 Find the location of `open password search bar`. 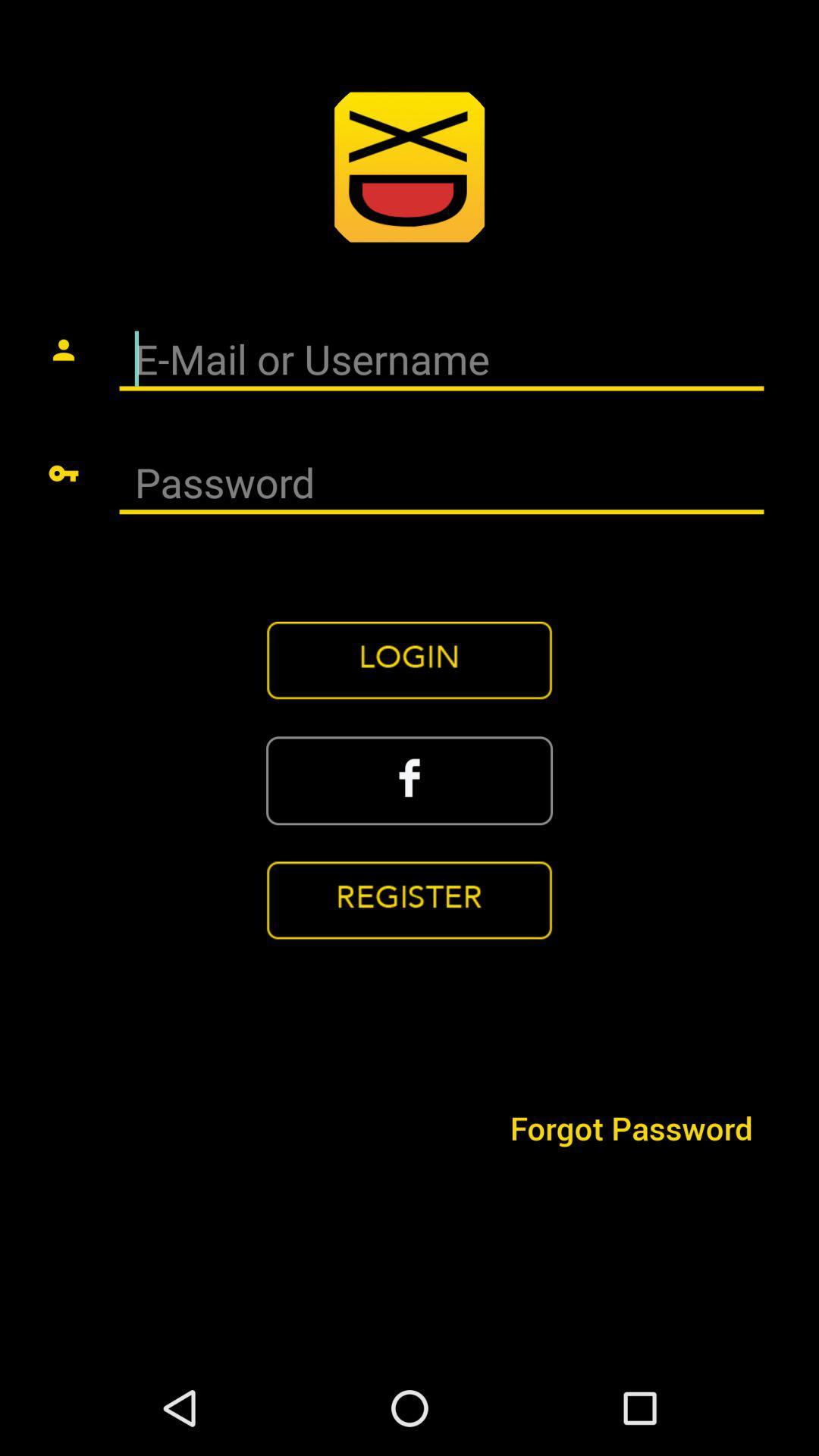

open password search bar is located at coordinates (441, 483).